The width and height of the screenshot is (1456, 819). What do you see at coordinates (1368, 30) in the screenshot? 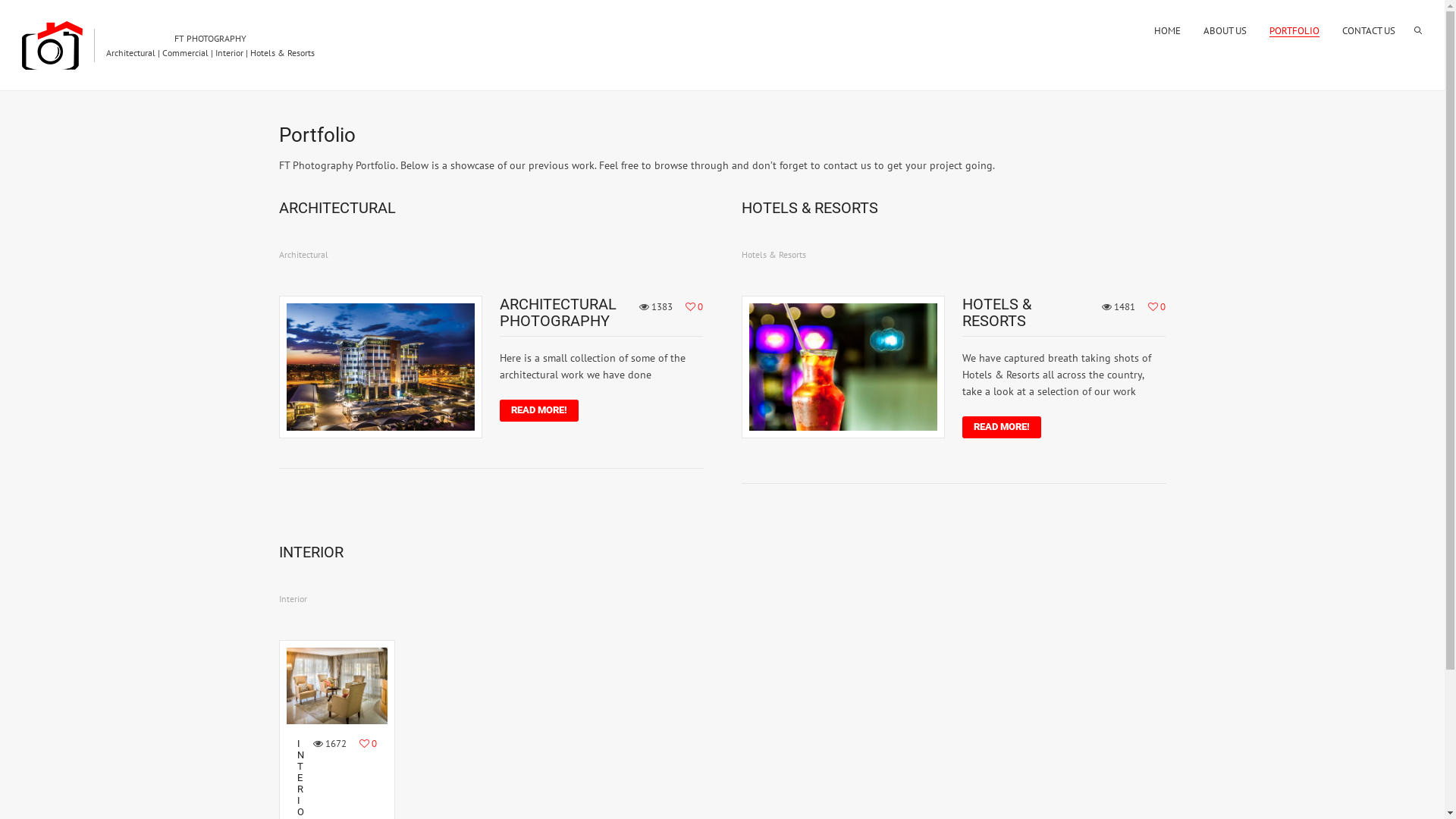
I see `'CONTACT US'` at bounding box center [1368, 30].